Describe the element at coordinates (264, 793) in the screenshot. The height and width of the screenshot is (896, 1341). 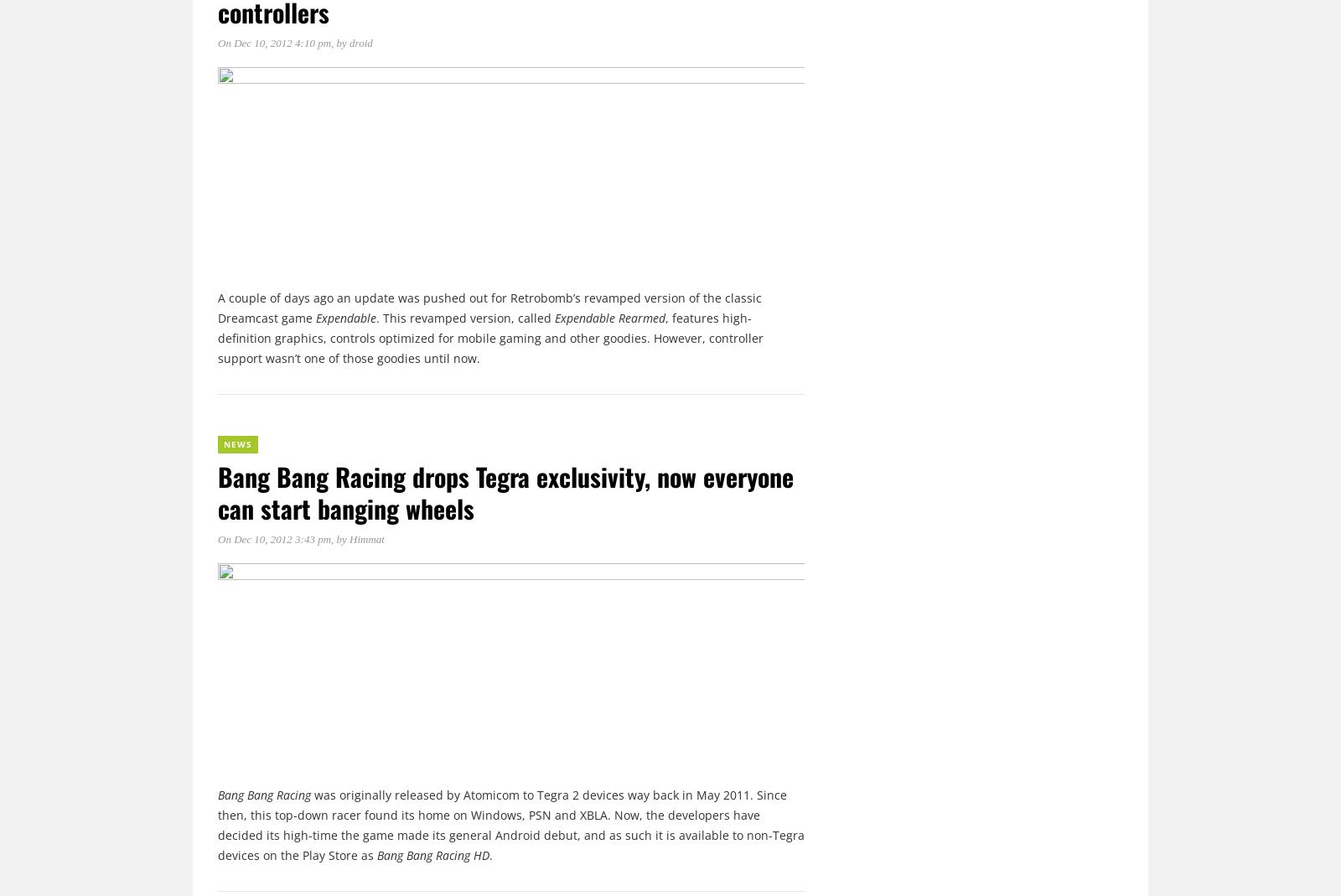
I see `'Bang Bang Racing'` at that location.